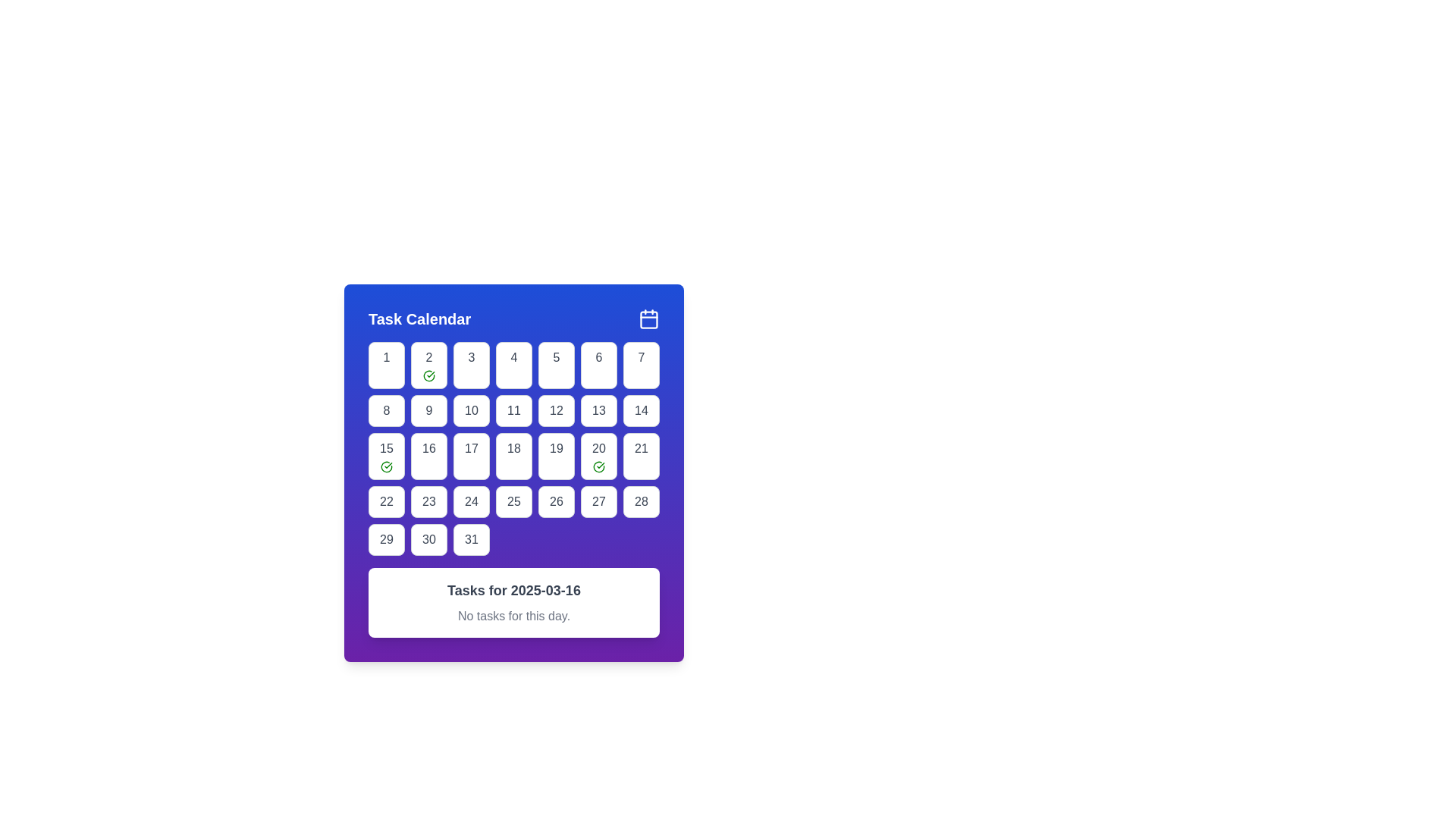 Image resolution: width=1456 pixels, height=819 pixels. Describe the element at coordinates (471, 411) in the screenshot. I see `the button-like calendar date cell displaying the number '10'` at that location.